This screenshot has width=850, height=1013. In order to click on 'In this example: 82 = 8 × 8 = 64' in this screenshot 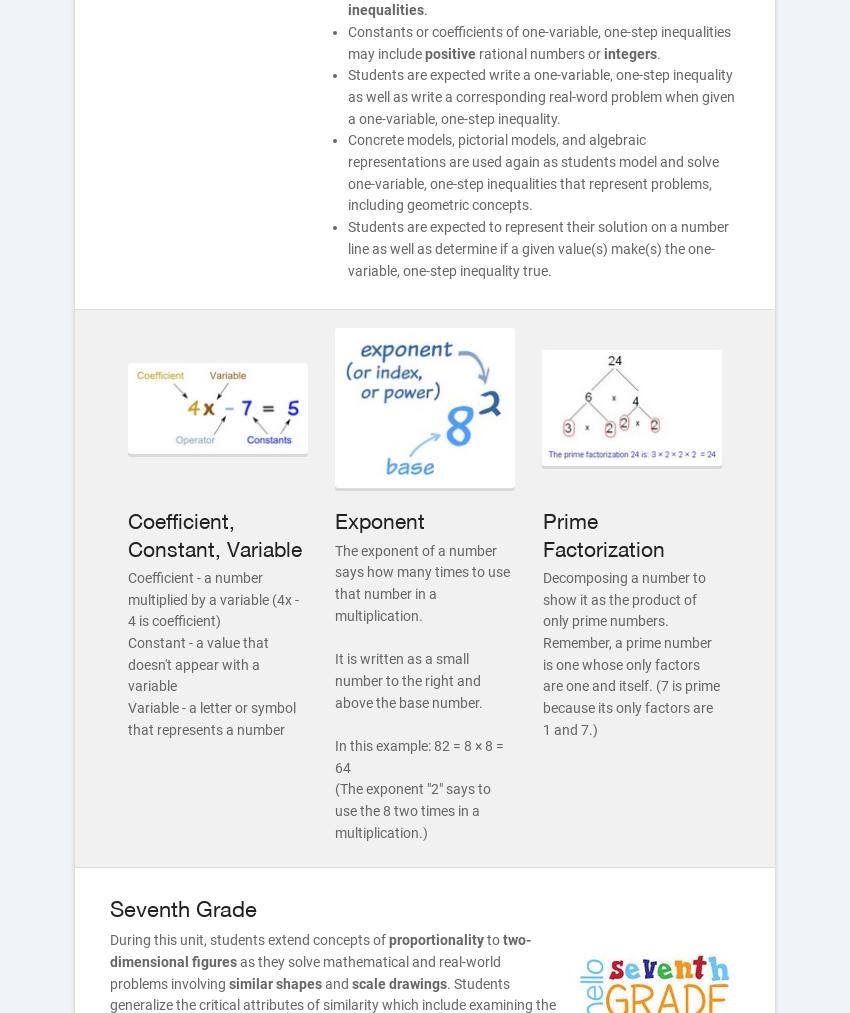, I will do `click(419, 756)`.